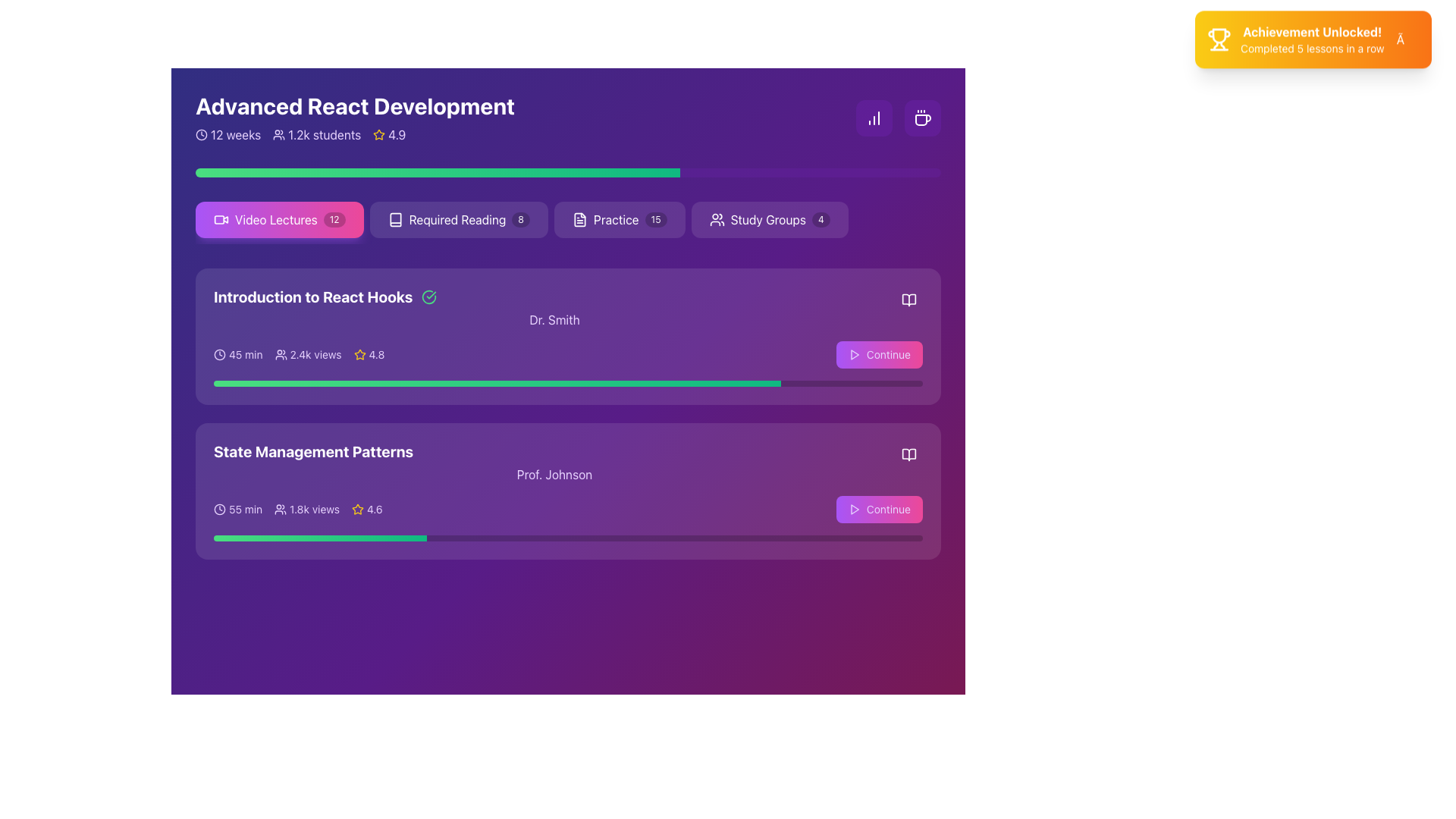 This screenshot has width=1456, height=819. What do you see at coordinates (218, 219) in the screenshot?
I see `the decorative element within the SVG icon that represents a media or video player, located on the right side of a rectangular card in the second row, slightly leftward of the 'Continue' button` at bounding box center [218, 219].